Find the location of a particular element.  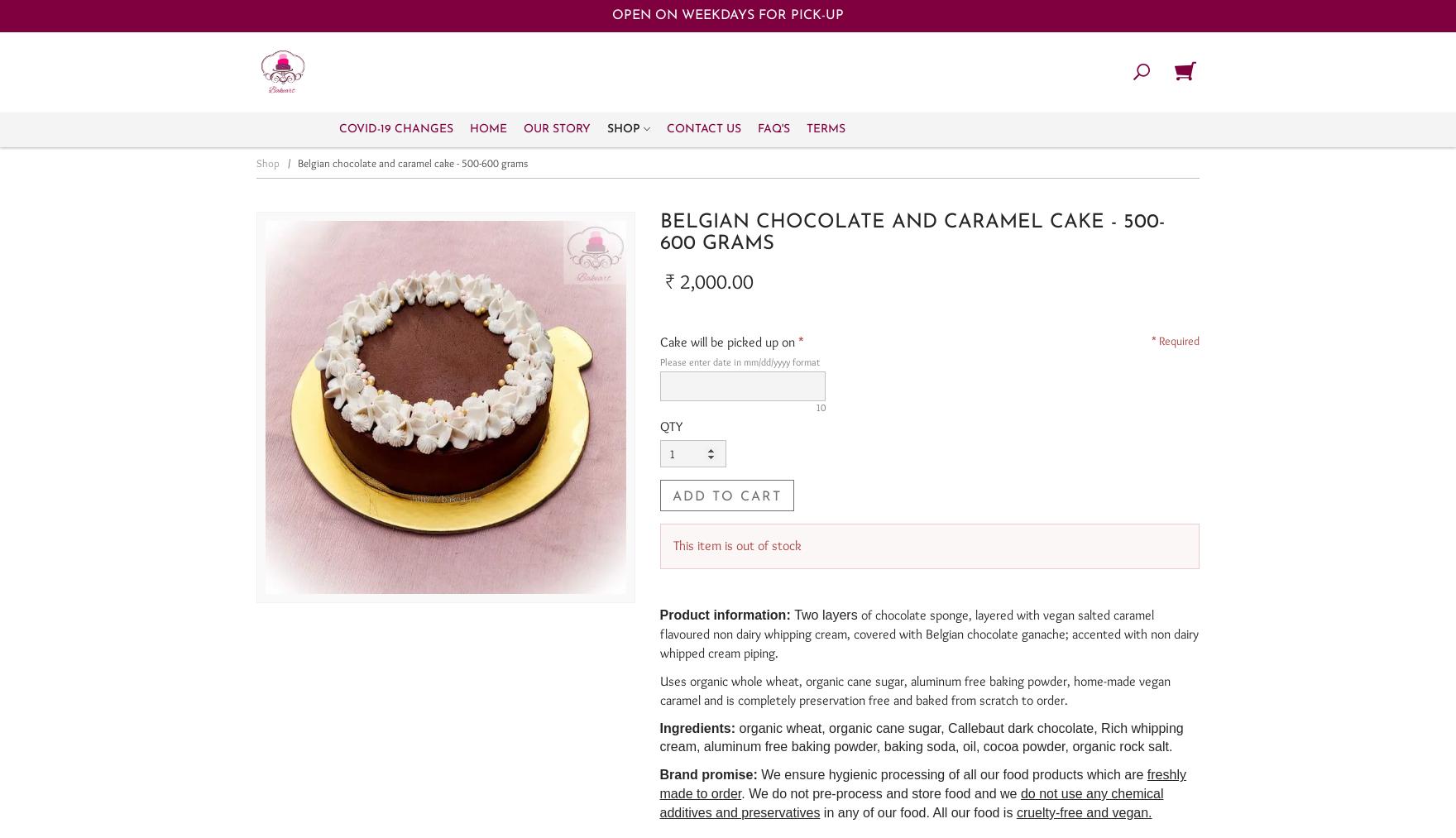

'of chocolate sponge, layered with vegan salted caramel flavoured non dairy whipping cream, covered with Belgian chocolate ganache; accented with non dairy whipped cream piping.' is located at coordinates (927, 634).